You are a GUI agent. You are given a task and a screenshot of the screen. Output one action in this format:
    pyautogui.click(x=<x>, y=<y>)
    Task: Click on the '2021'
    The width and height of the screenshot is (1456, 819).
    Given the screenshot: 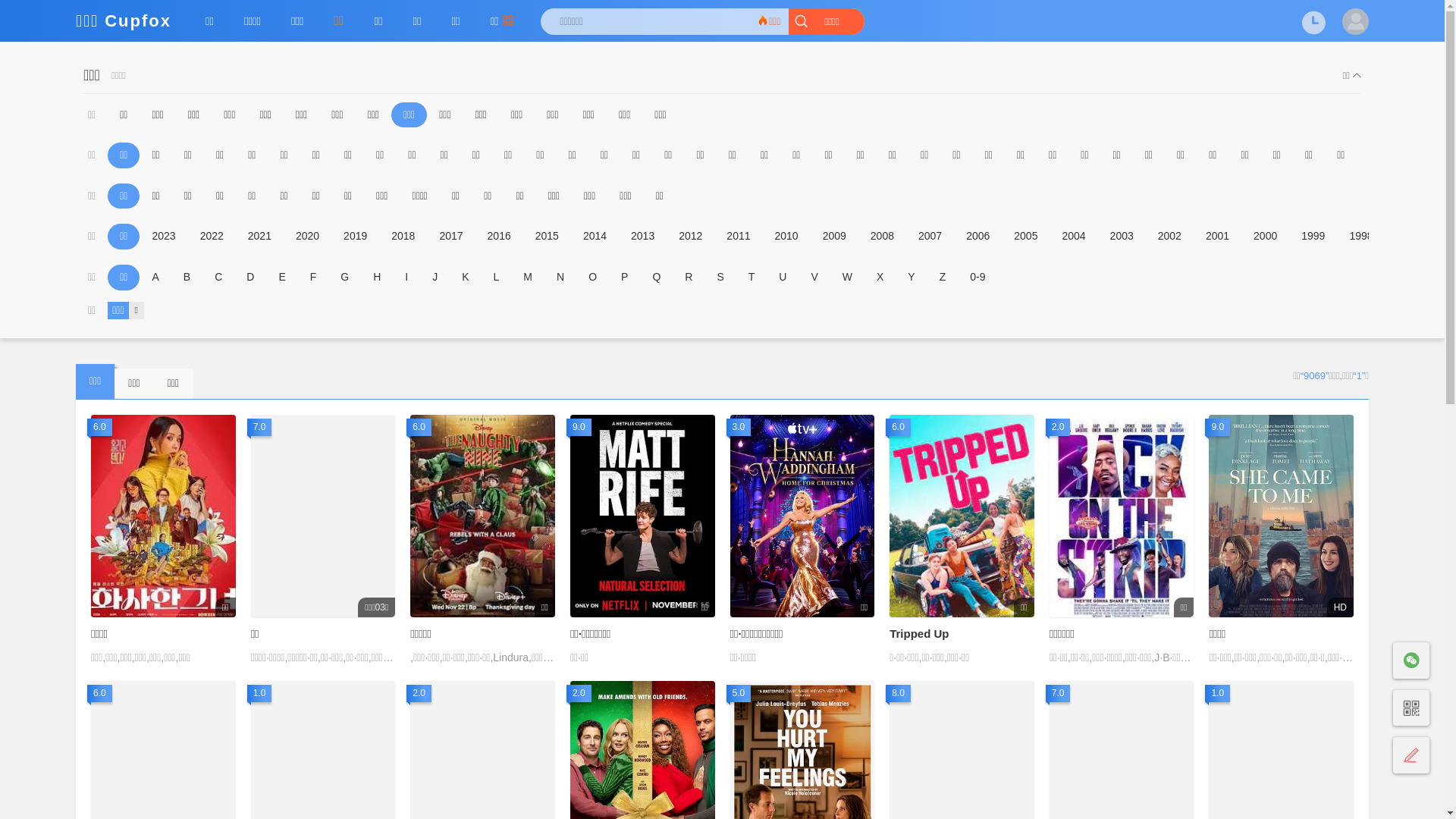 What is the action you would take?
    pyautogui.click(x=259, y=237)
    